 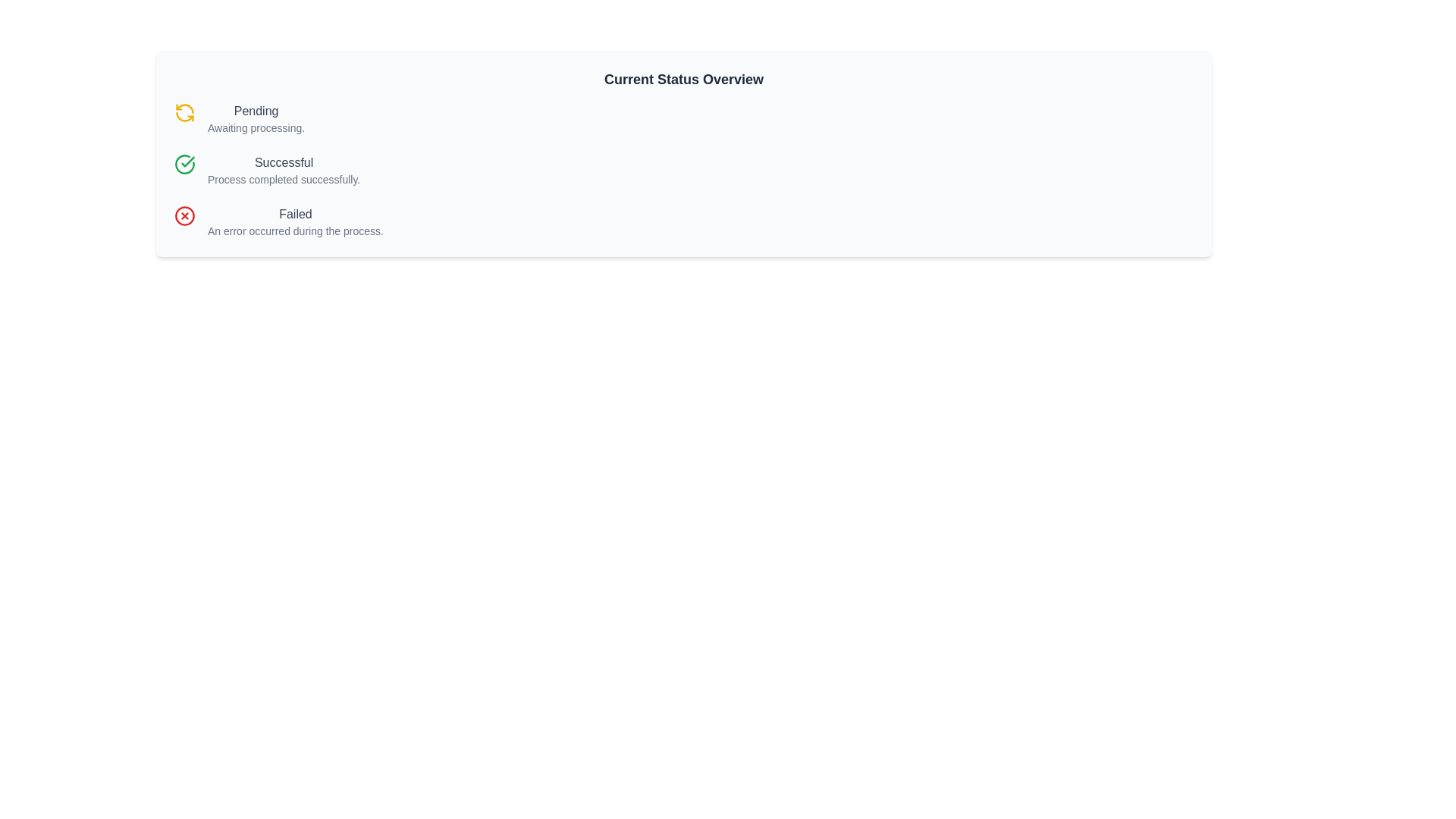 What do you see at coordinates (256, 110) in the screenshot?
I see `the 'Pending' text label element styled in medium gray, positioned above 'Awaiting processing' in the top-left section of the main content area` at bounding box center [256, 110].